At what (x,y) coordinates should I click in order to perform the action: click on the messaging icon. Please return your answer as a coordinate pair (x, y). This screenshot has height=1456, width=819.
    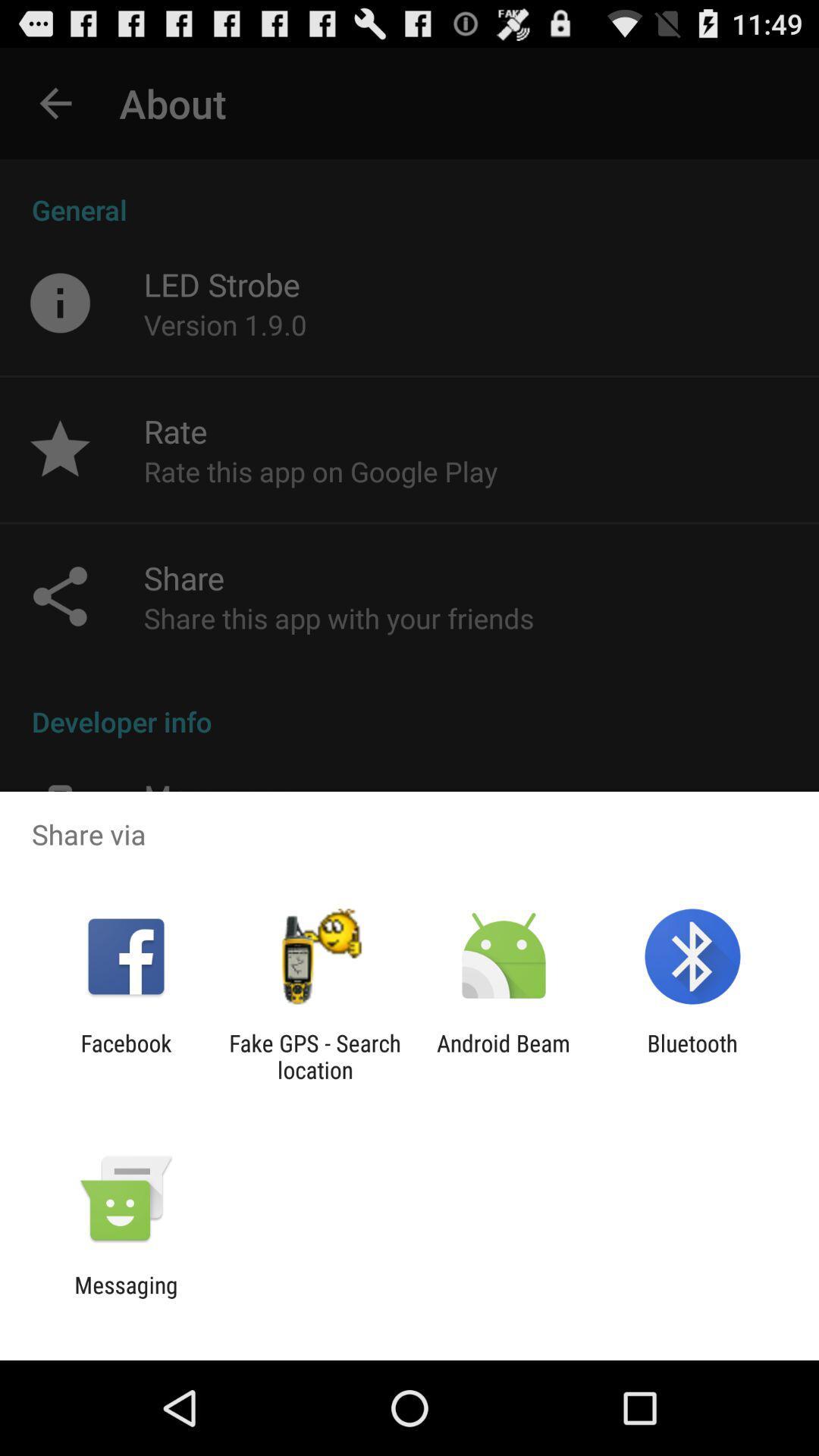
    Looking at the image, I should click on (125, 1298).